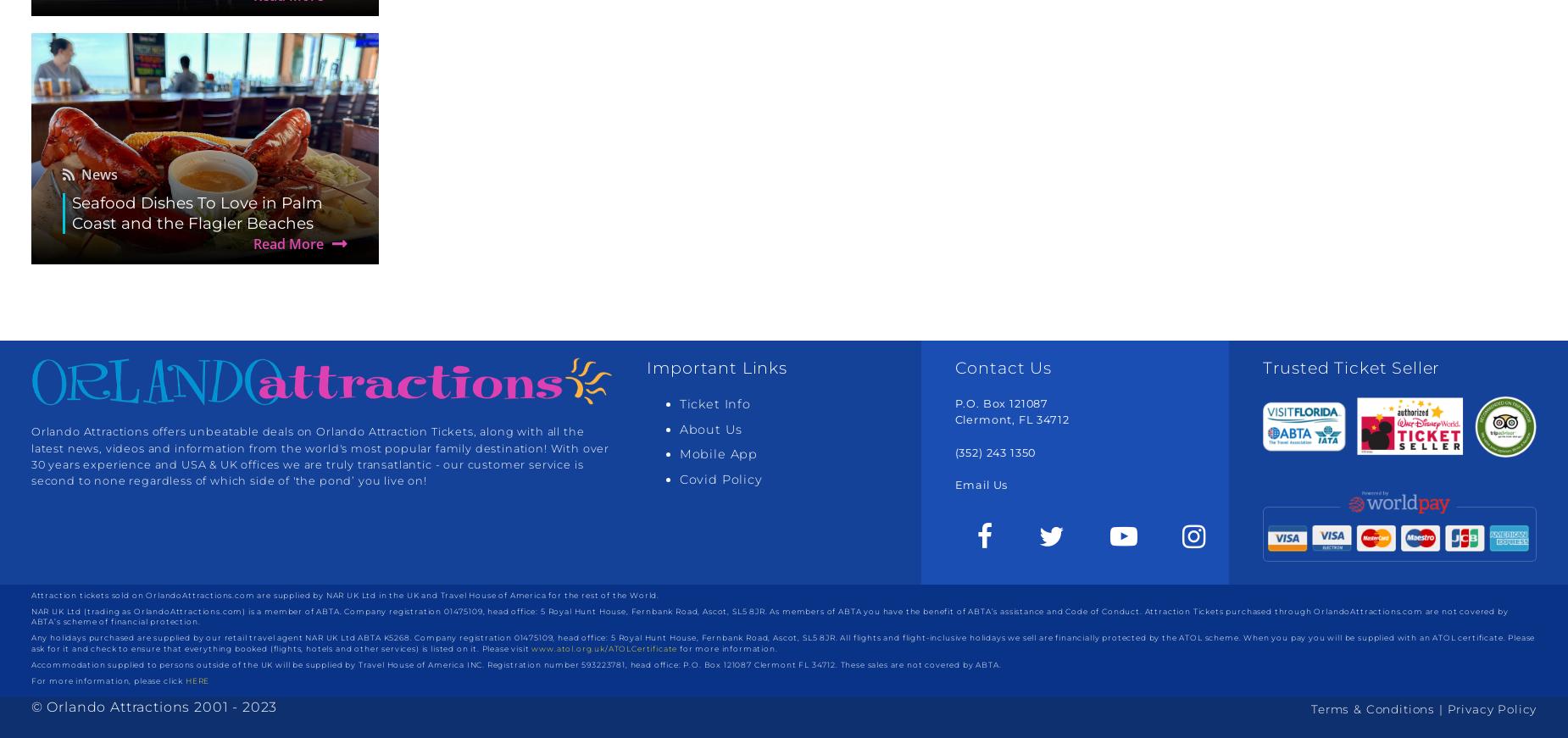  What do you see at coordinates (603, 647) in the screenshot?
I see `'www.atol.org.uk/ATOLCertificate'` at bounding box center [603, 647].